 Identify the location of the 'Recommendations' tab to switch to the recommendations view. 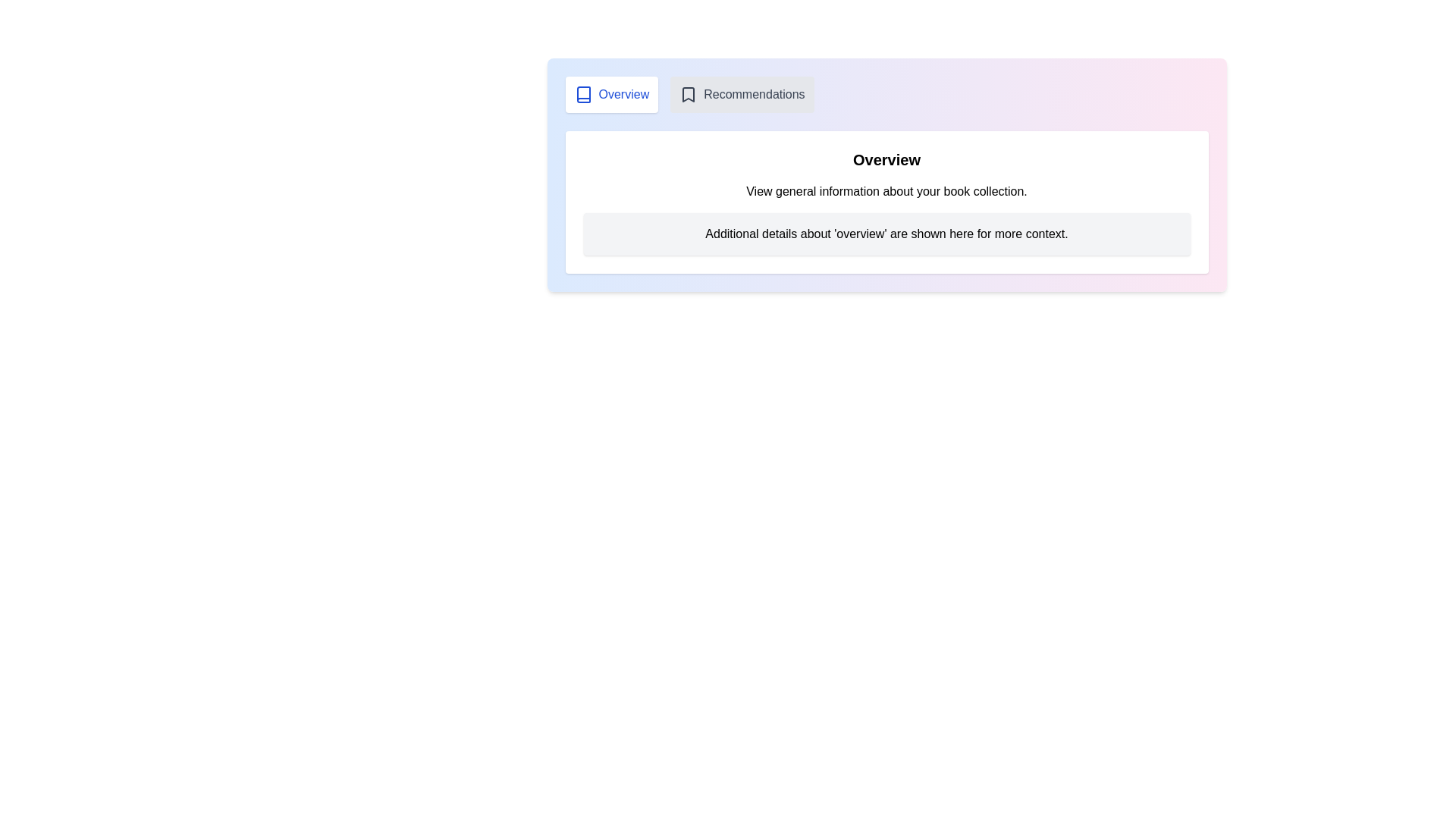
(742, 94).